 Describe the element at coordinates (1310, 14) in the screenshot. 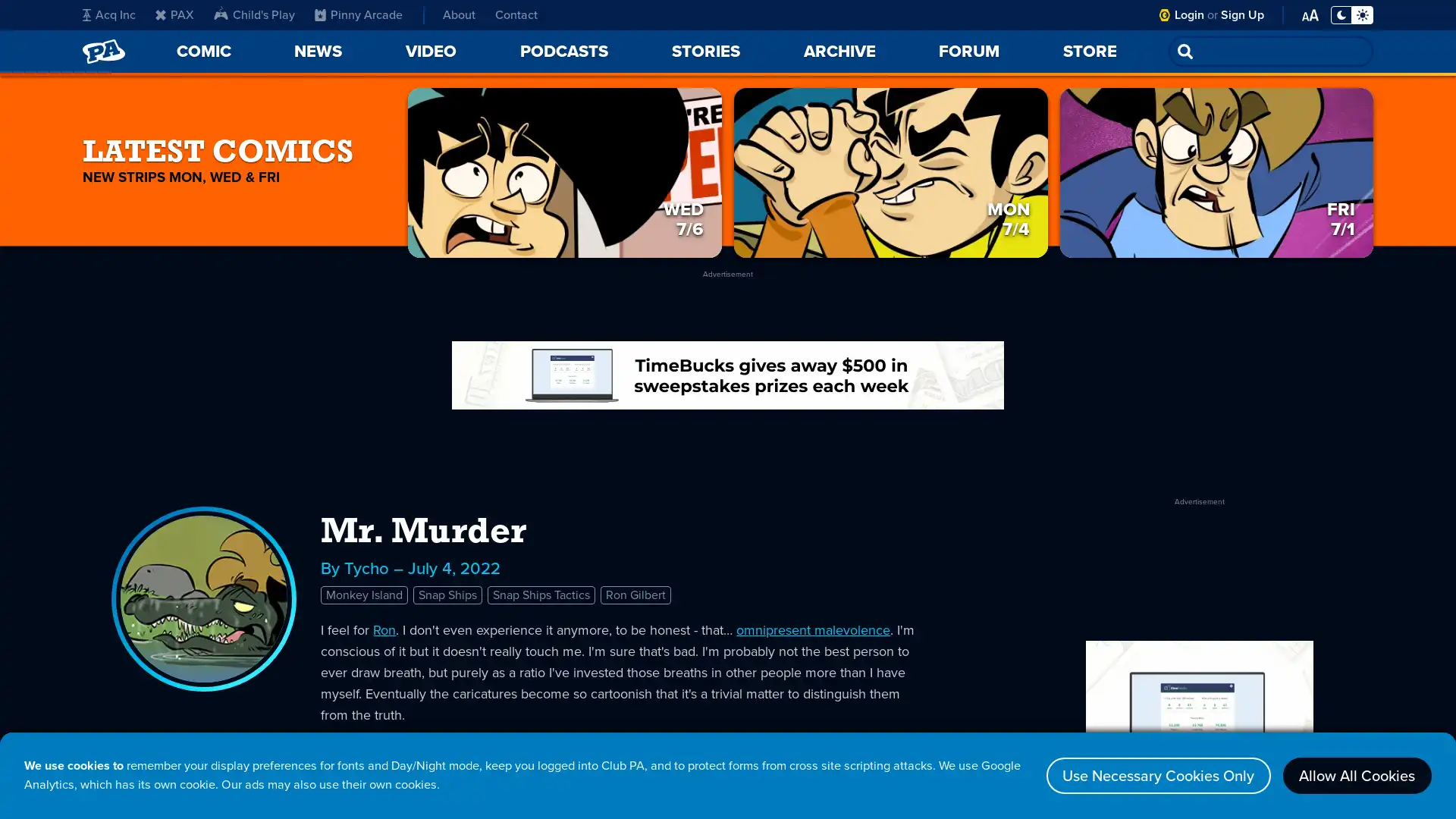

I see `Open Font Settings Menu` at that location.